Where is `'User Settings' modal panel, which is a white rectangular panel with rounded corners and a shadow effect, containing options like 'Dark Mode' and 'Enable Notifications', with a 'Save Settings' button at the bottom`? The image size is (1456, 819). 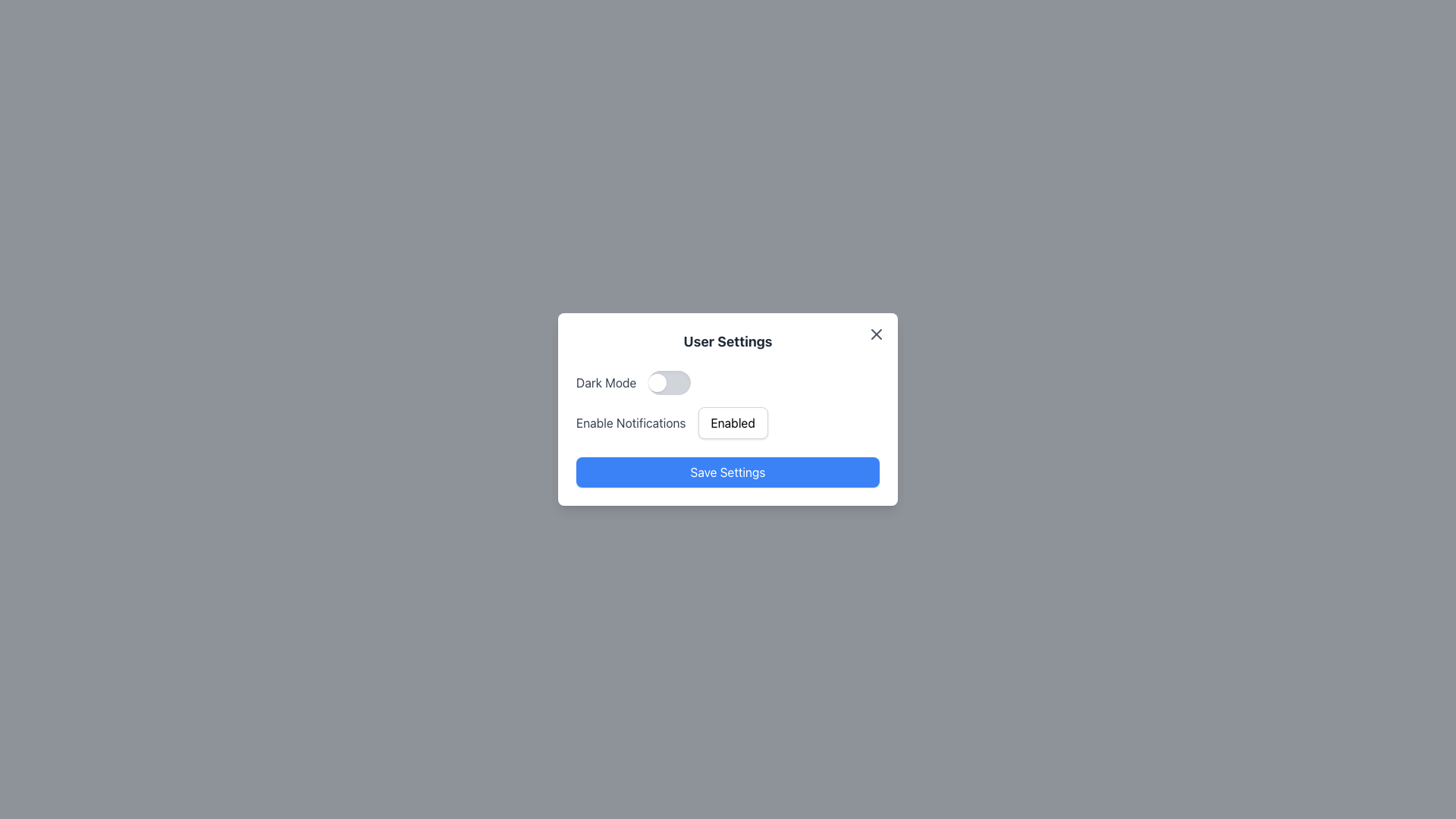 'User Settings' modal panel, which is a white rectangular panel with rounded corners and a shadow effect, containing options like 'Dark Mode' and 'Enable Notifications', with a 'Save Settings' button at the bottom is located at coordinates (728, 409).